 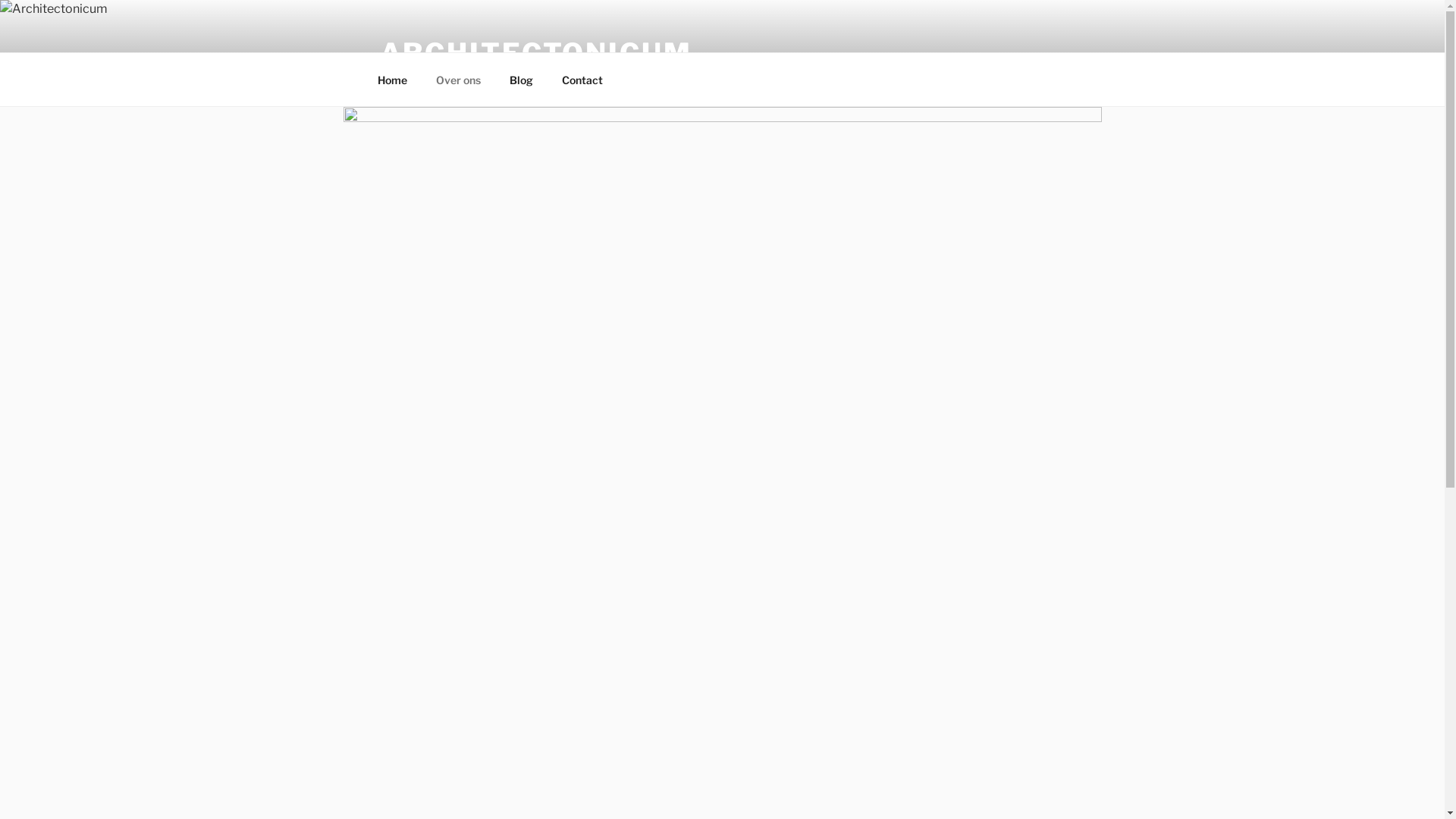 I want to click on 'ARCHITECTONICUM', so click(x=535, y=52).